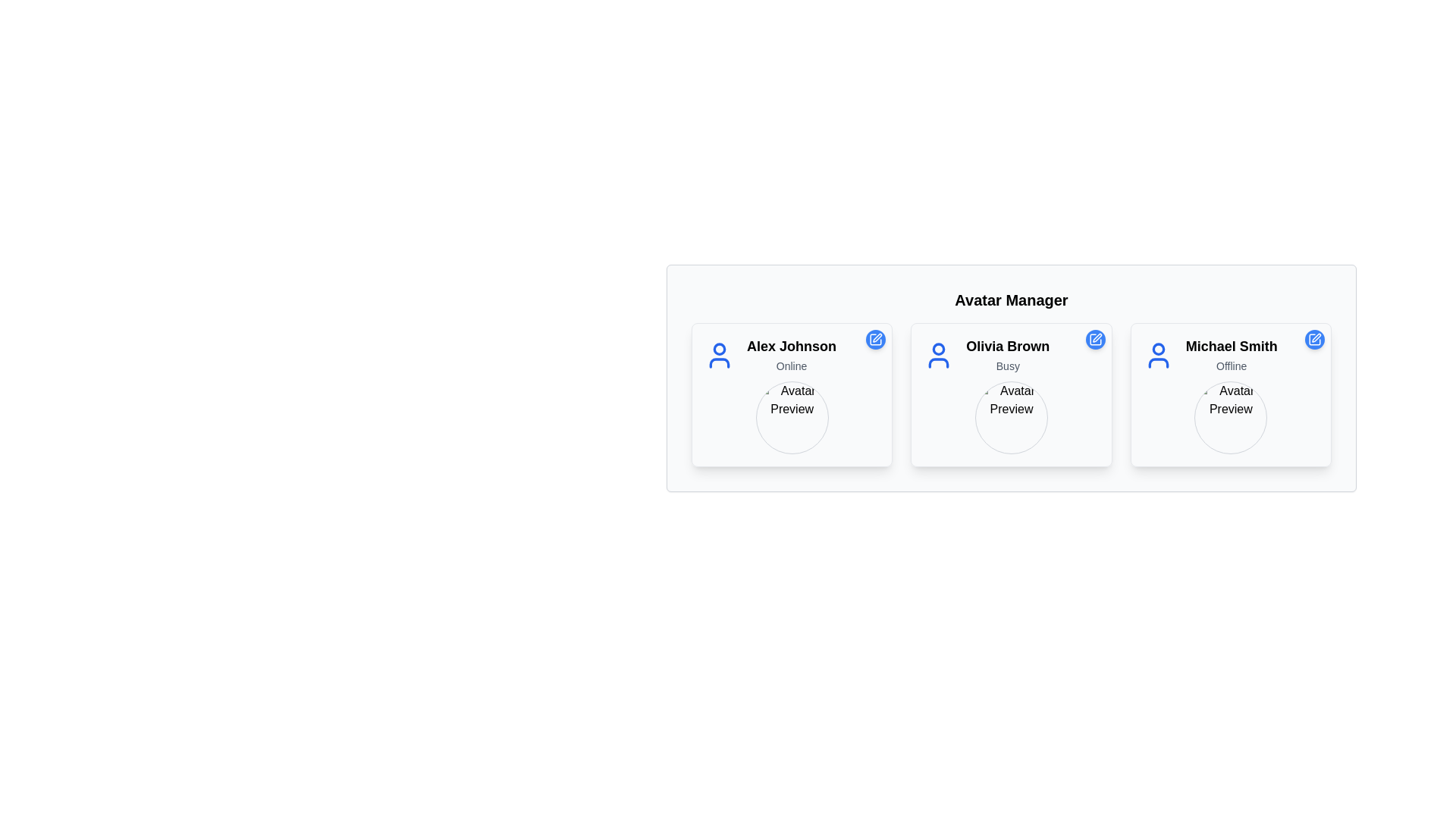  What do you see at coordinates (1012, 418) in the screenshot?
I see `the circular image placeholder with the text 'Avatar Preview' at the center of the card titled 'Olivia Brown'` at bounding box center [1012, 418].